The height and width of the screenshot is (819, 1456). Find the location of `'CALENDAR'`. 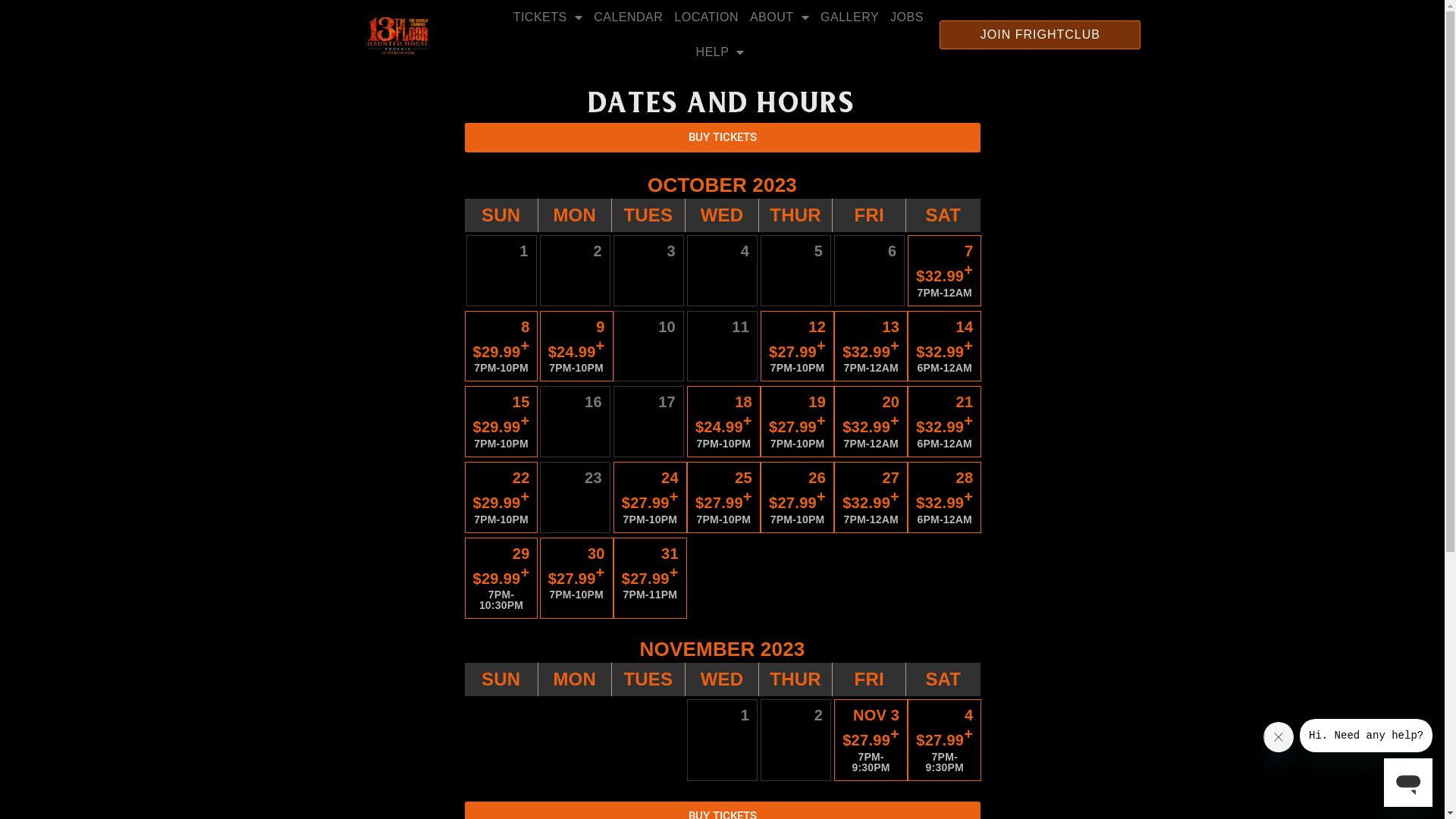

'CALENDAR' is located at coordinates (628, 17).